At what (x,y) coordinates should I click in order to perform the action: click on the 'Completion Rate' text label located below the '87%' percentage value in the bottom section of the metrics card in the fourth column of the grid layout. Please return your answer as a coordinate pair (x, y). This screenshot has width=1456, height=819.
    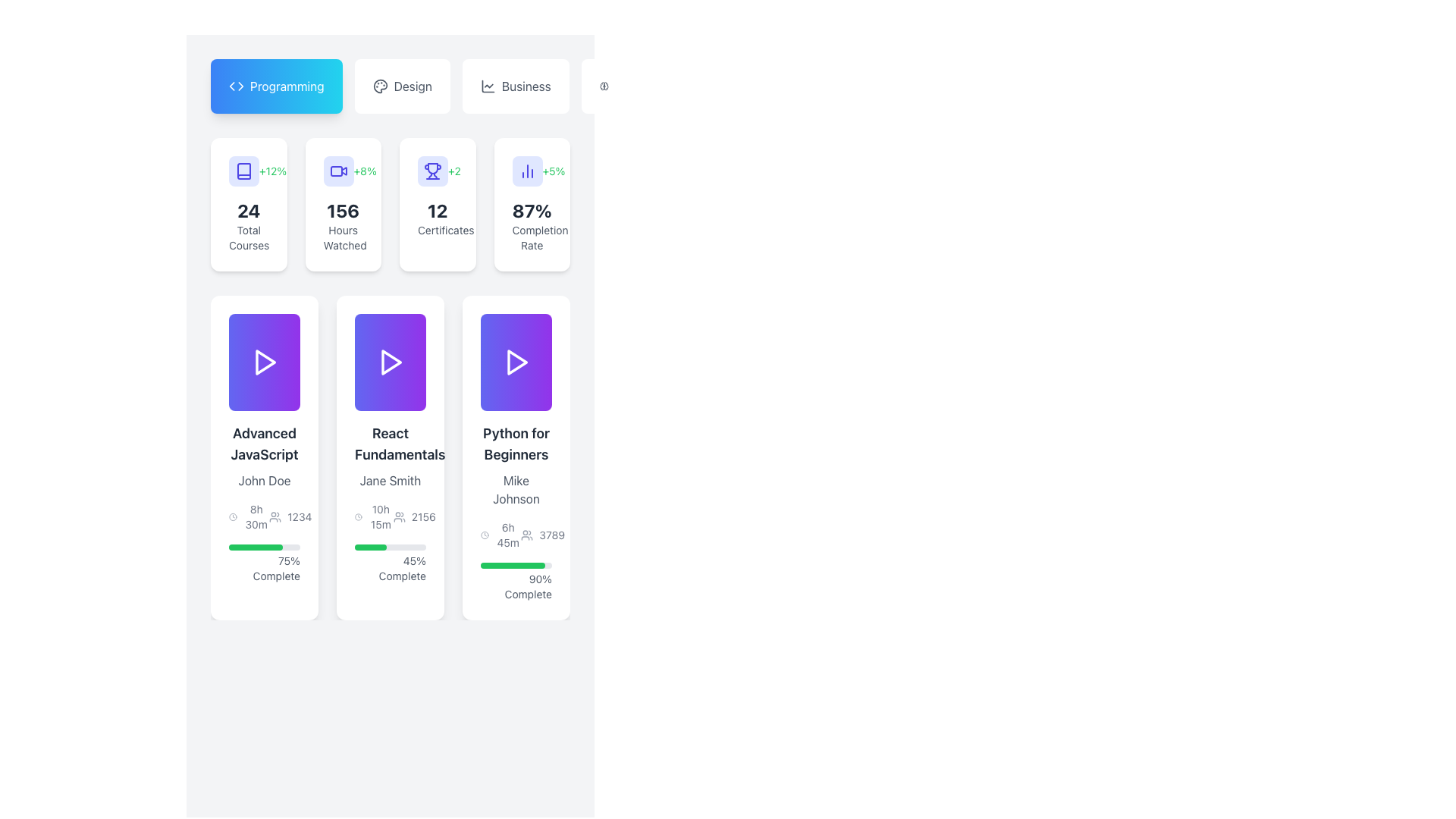
    Looking at the image, I should click on (532, 237).